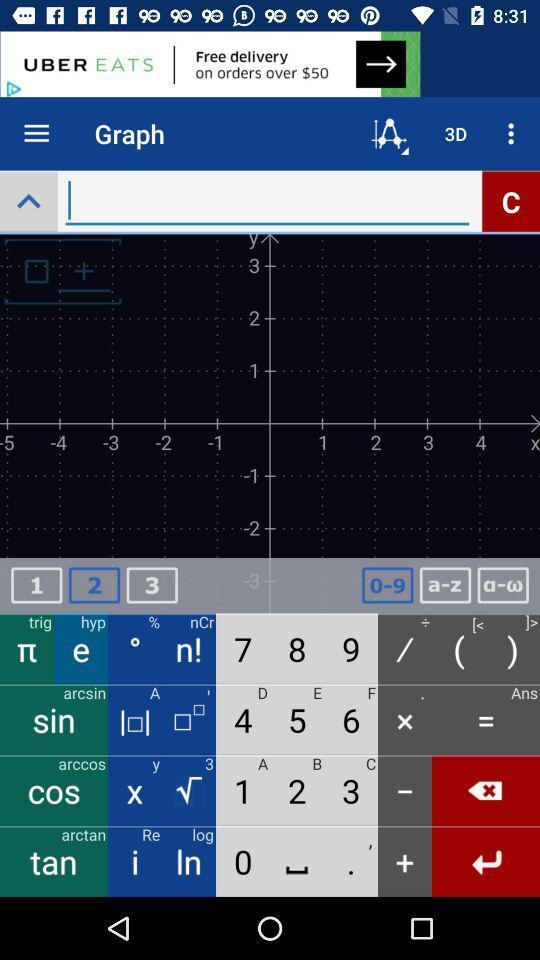 The width and height of the screenshot is (540, 960). Describe the element at coordinates (267, 201) in the screenshot. I see `typing option` at that location.